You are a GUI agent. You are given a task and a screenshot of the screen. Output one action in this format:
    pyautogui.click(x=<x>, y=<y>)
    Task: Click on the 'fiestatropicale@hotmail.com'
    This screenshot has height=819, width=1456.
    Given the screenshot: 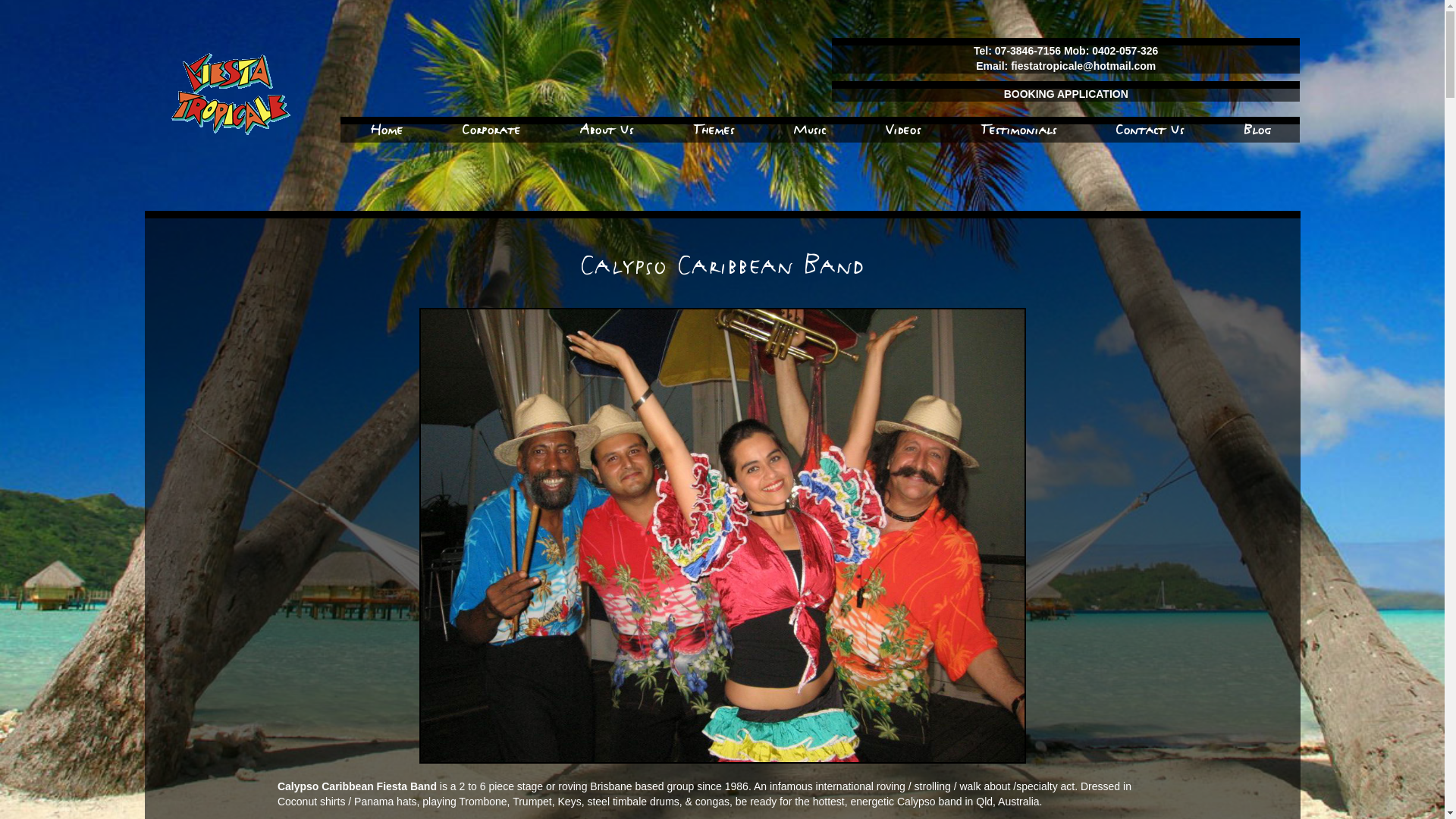 What is the action you would take?
    pyautogui.click(x=1011, y=65)
    